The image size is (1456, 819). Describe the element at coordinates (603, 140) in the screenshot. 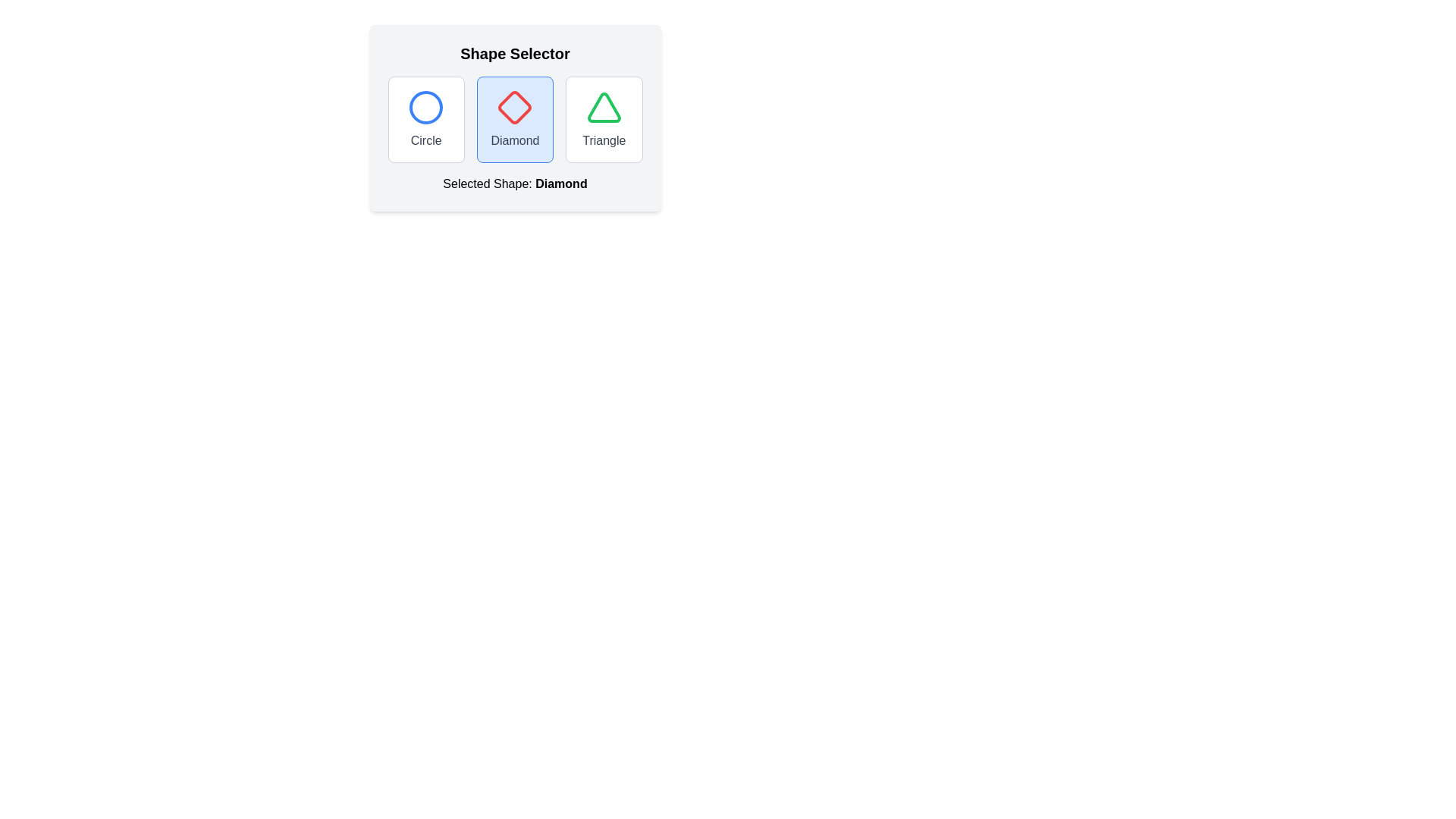

I see `the Text label that describes the shape in the third card of the shape selection row, which is positioned on the rightmost among 'Circle', 'Diamond', and 'Triangle'` at that location.